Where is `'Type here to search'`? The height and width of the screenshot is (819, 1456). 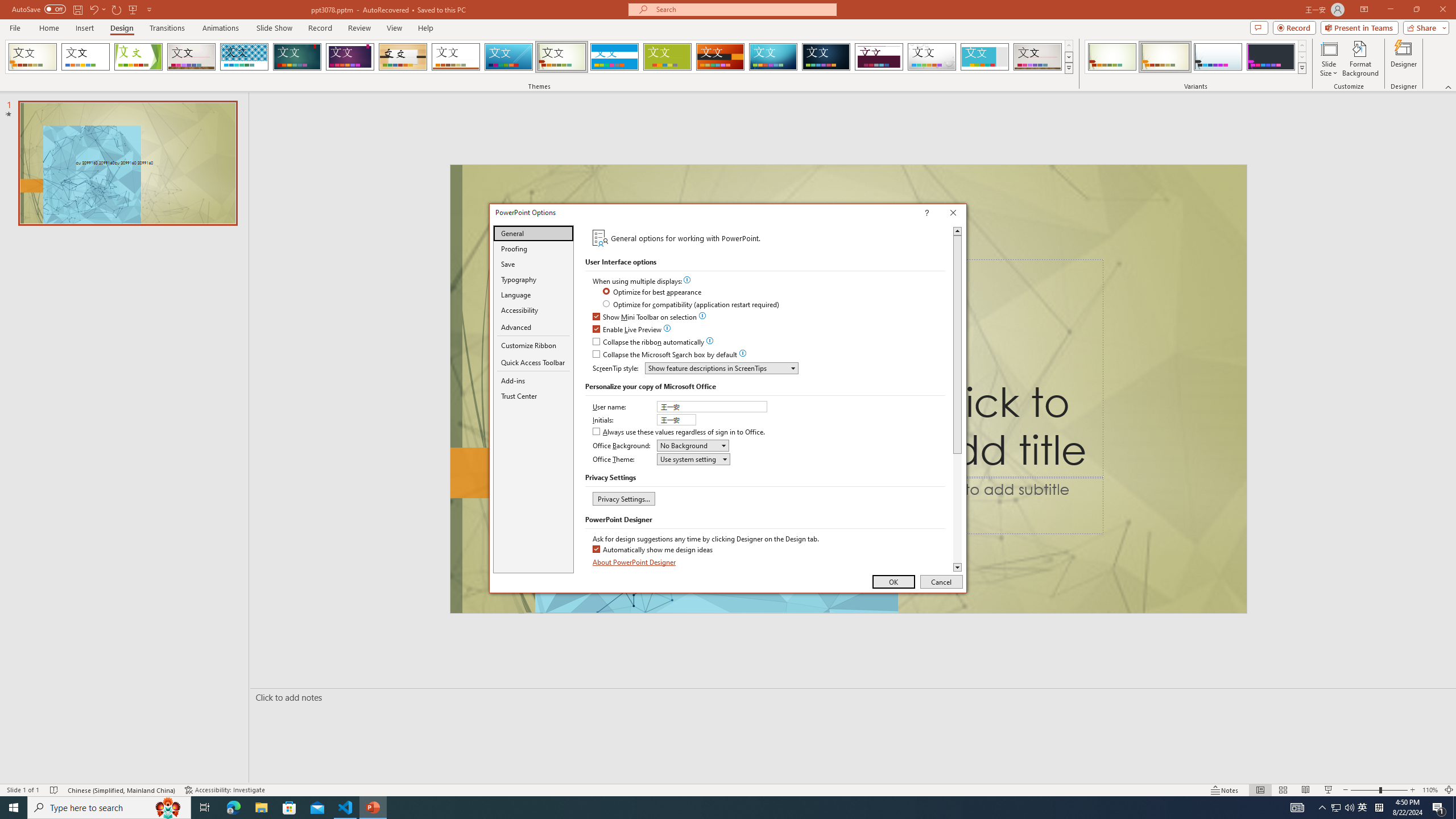
'Type here to search' is located at coordinates (109, 806).